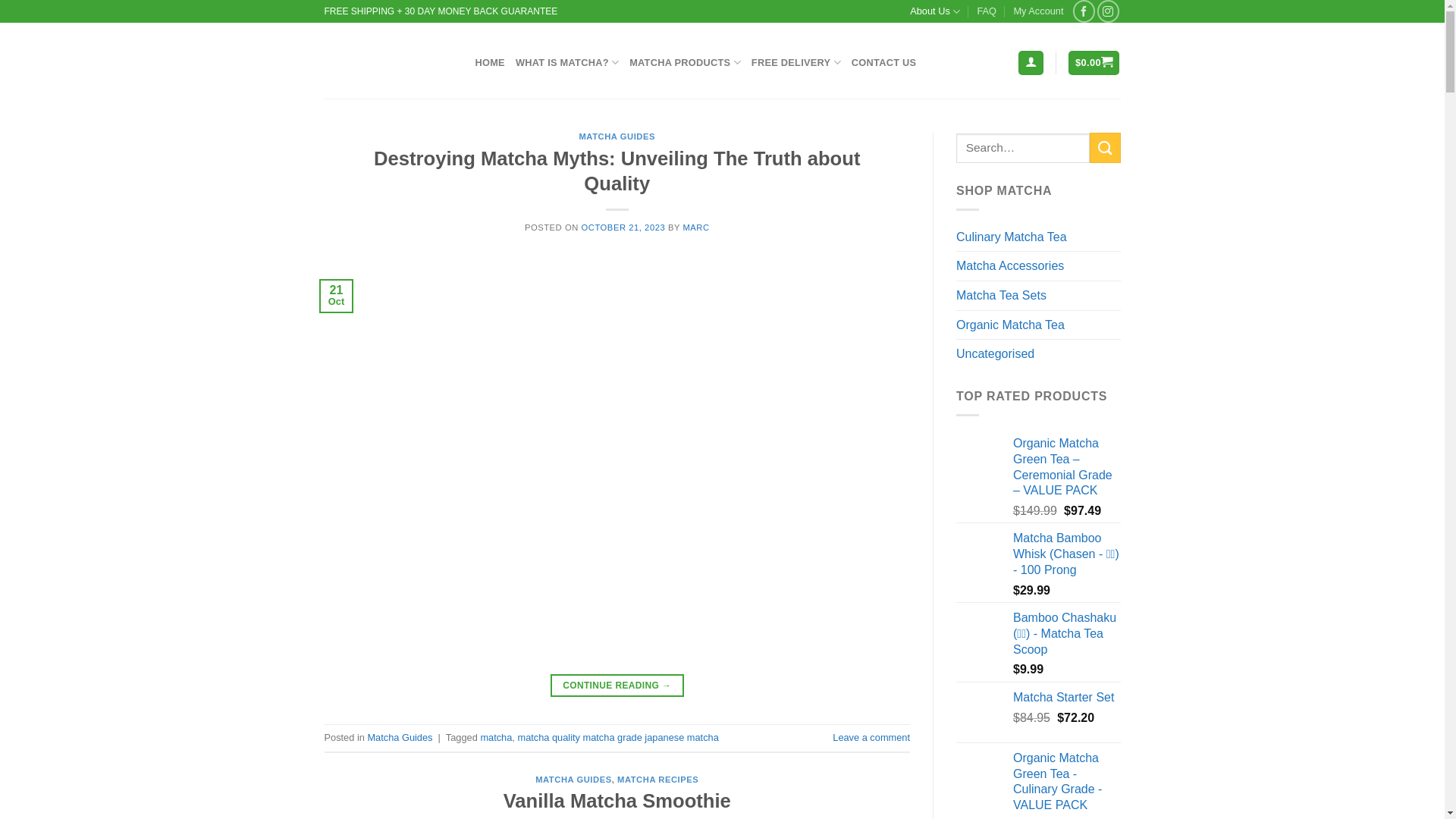 This screenshot has height=819, width=1456. What do you see at coordinates (934, 11) in the screenshot?
I see `'About Us'` at bounding box center [934, 11].